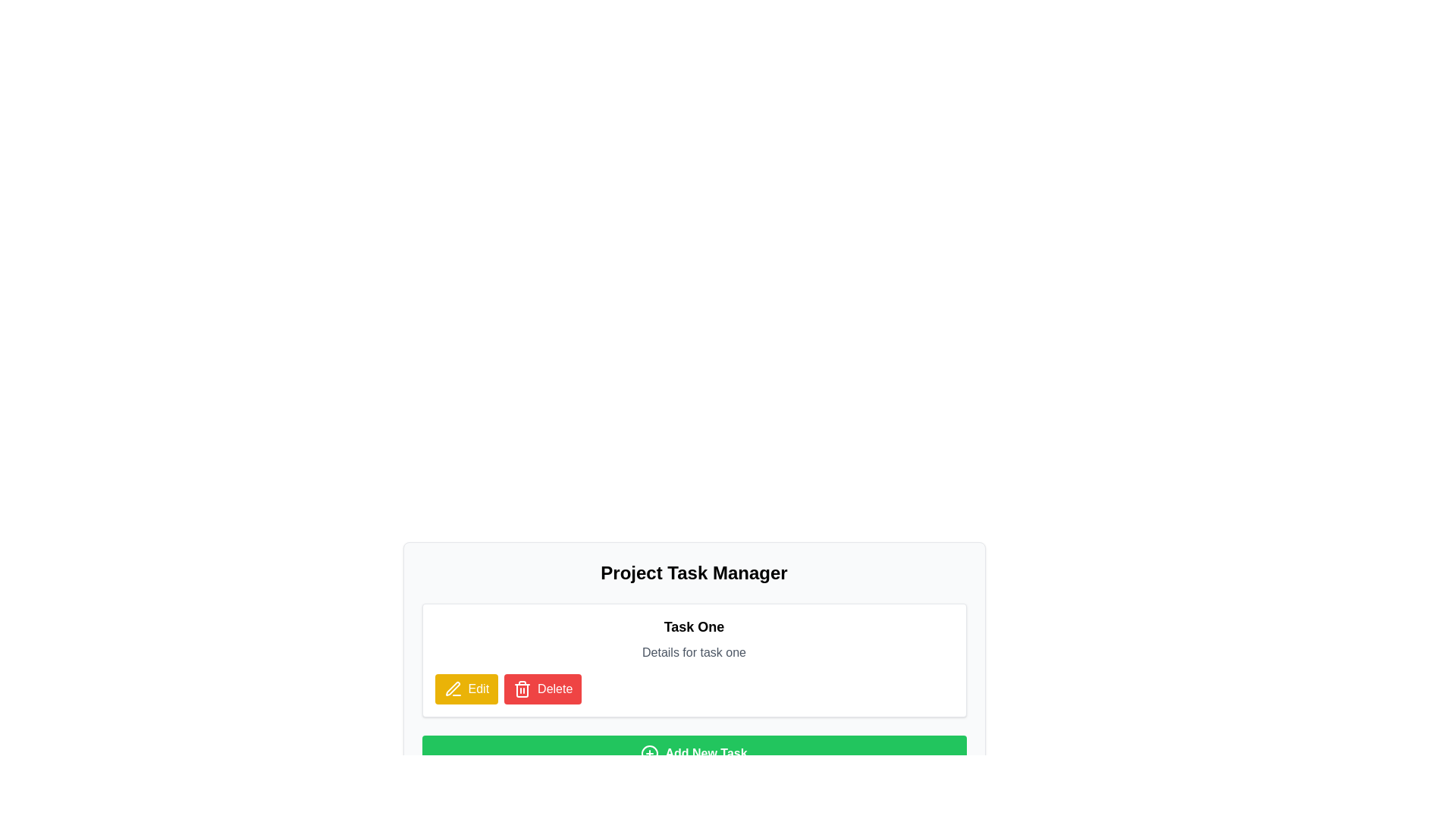 The height and width of the screenshot is (819, 1456). Describe the element at coordinates (466, 689) in the screenshot. I see `the 'Edit' button with a yellow background and a pencil icon located in the bottom section of the 'Task One' card` at that location.